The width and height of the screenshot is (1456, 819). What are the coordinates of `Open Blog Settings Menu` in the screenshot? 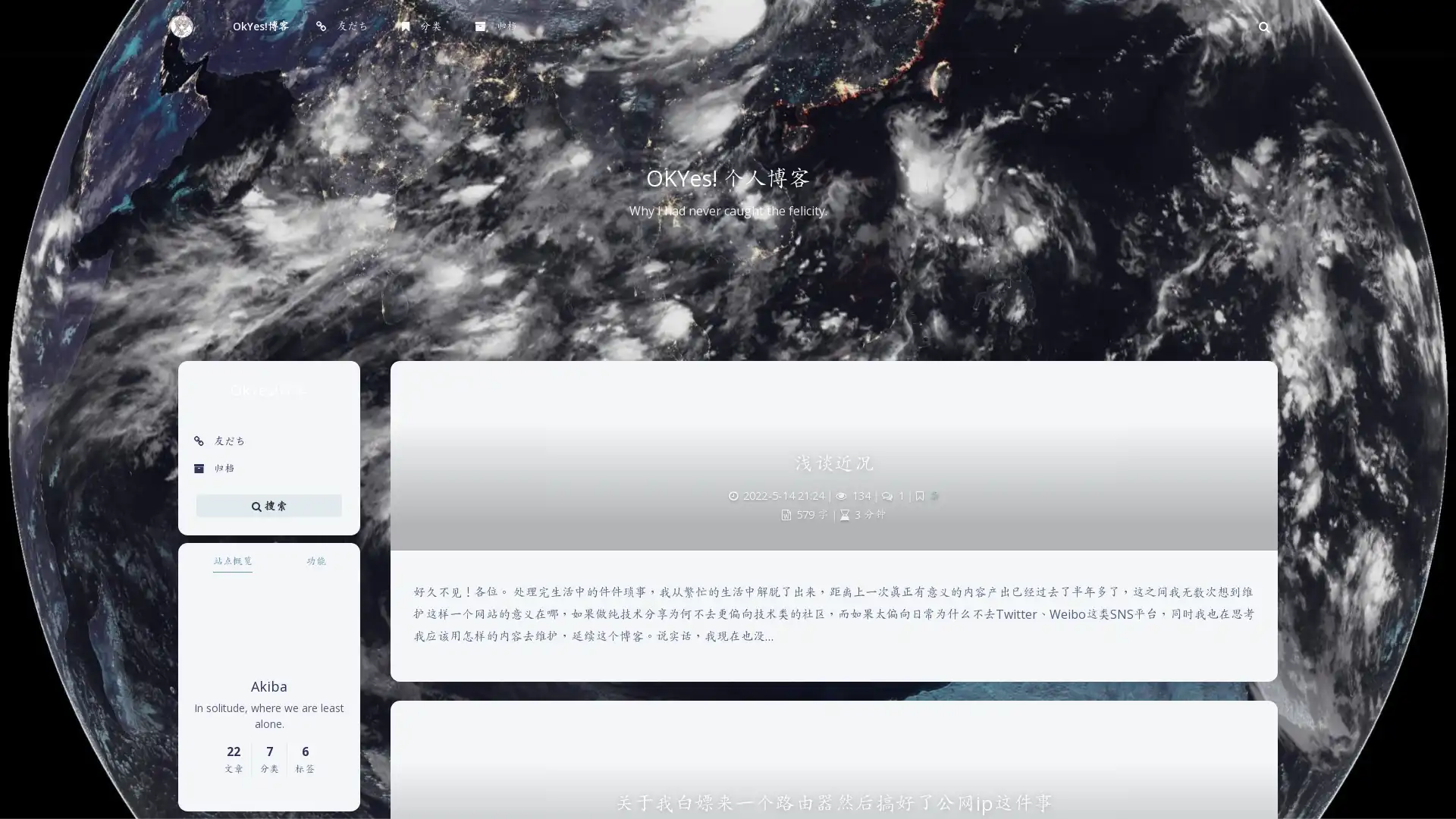 It's located at (1418, 747).